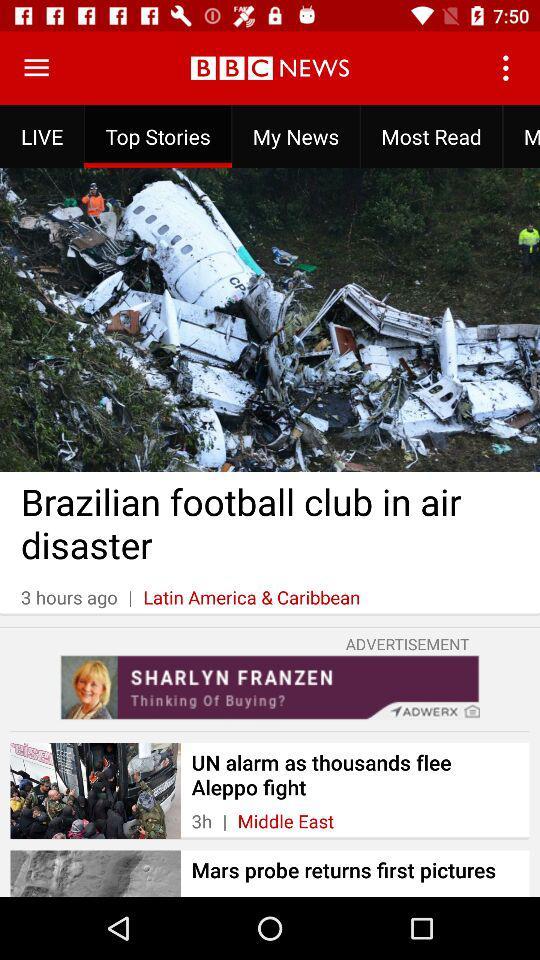  I want to click on open menu, so click(36, 68).